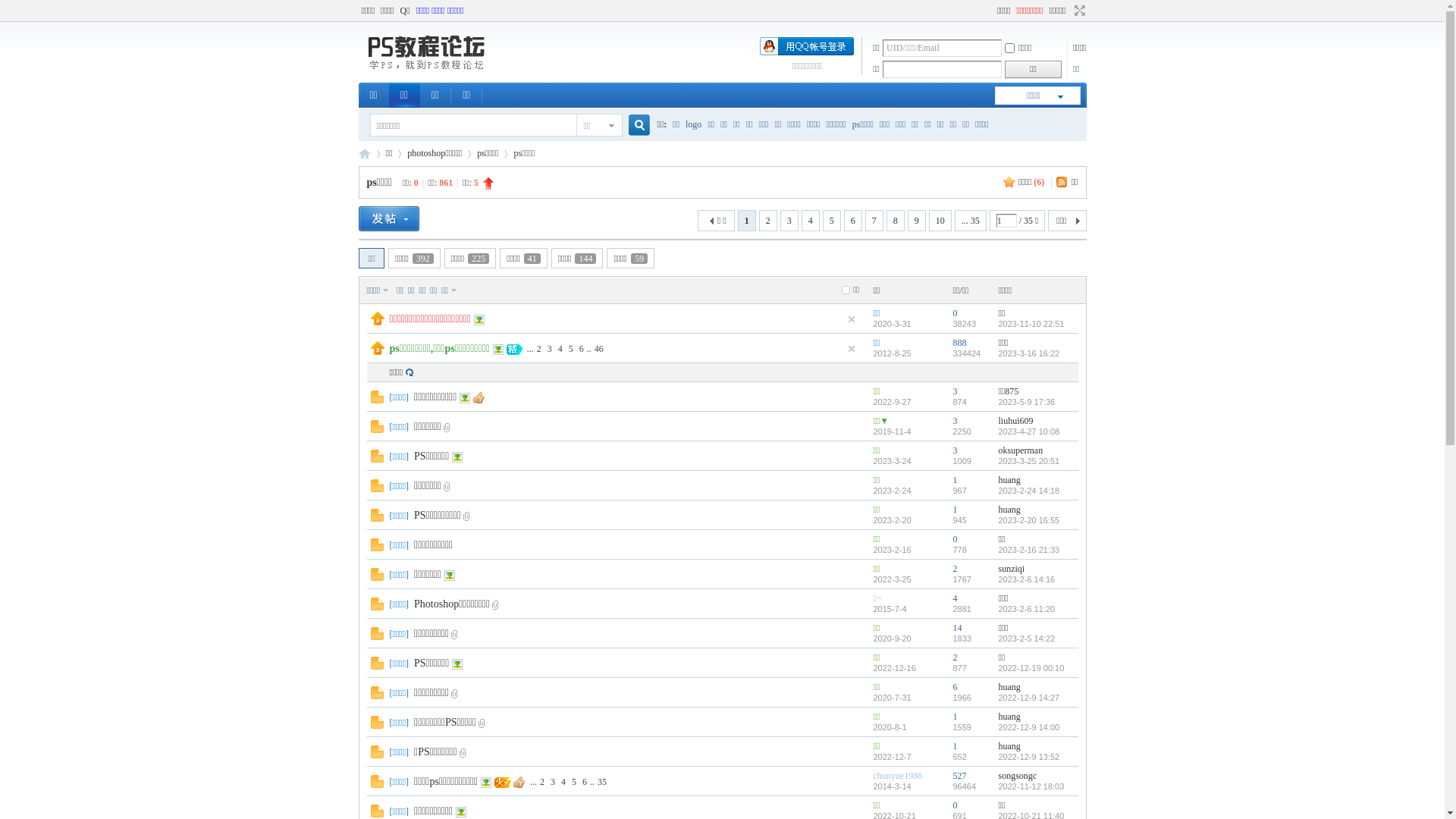  What do you see at coordinates (997, 757) in the screenshot?
I see `'2022-12-9 13:52'` at bounding box center [997, 757].